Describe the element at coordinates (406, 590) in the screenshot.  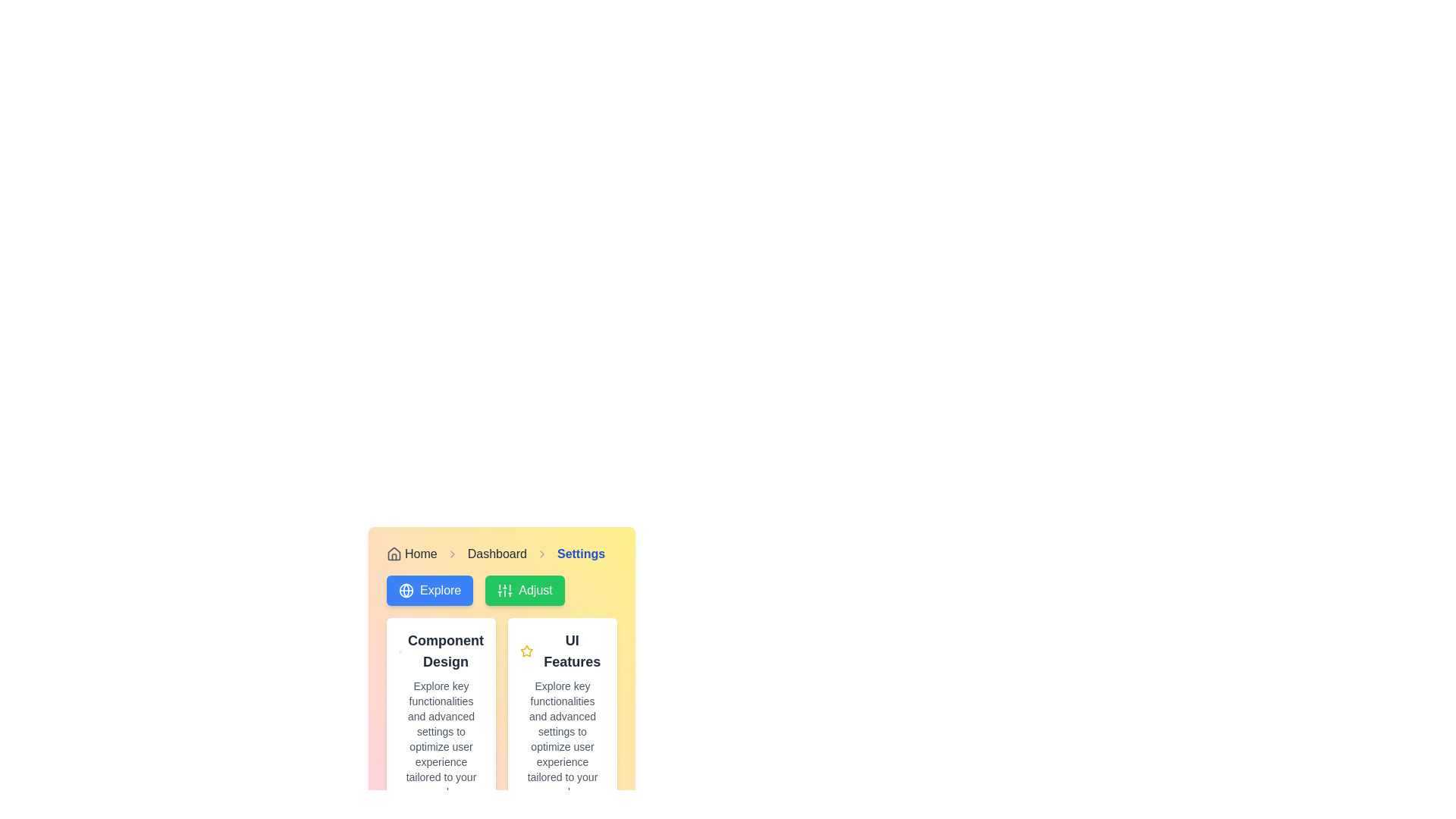
I see `the globe icon within the blue 'Explore' button located on the left side of the top bar` at that location.